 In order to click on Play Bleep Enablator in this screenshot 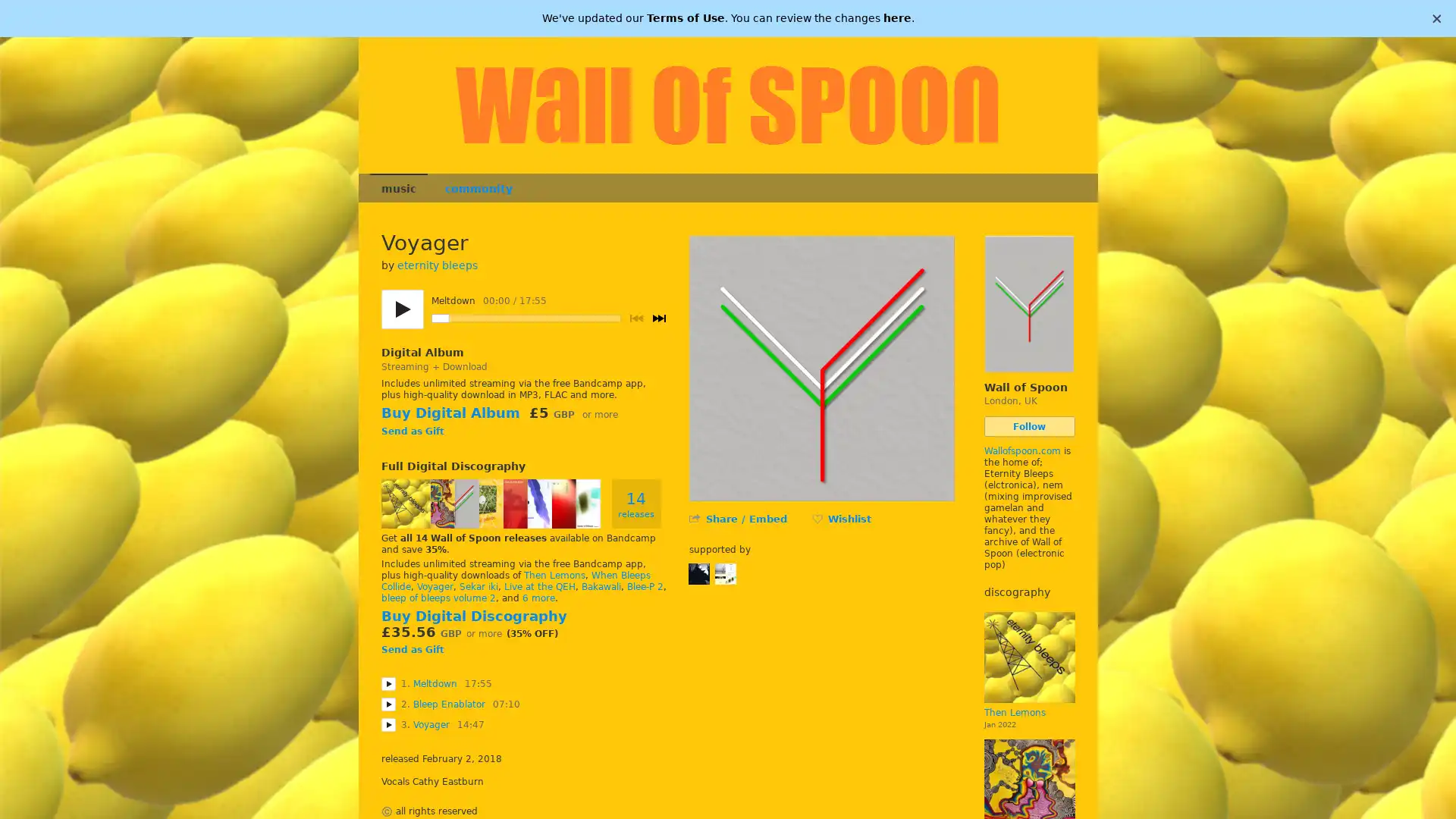, I will do `click(388, 704)`.